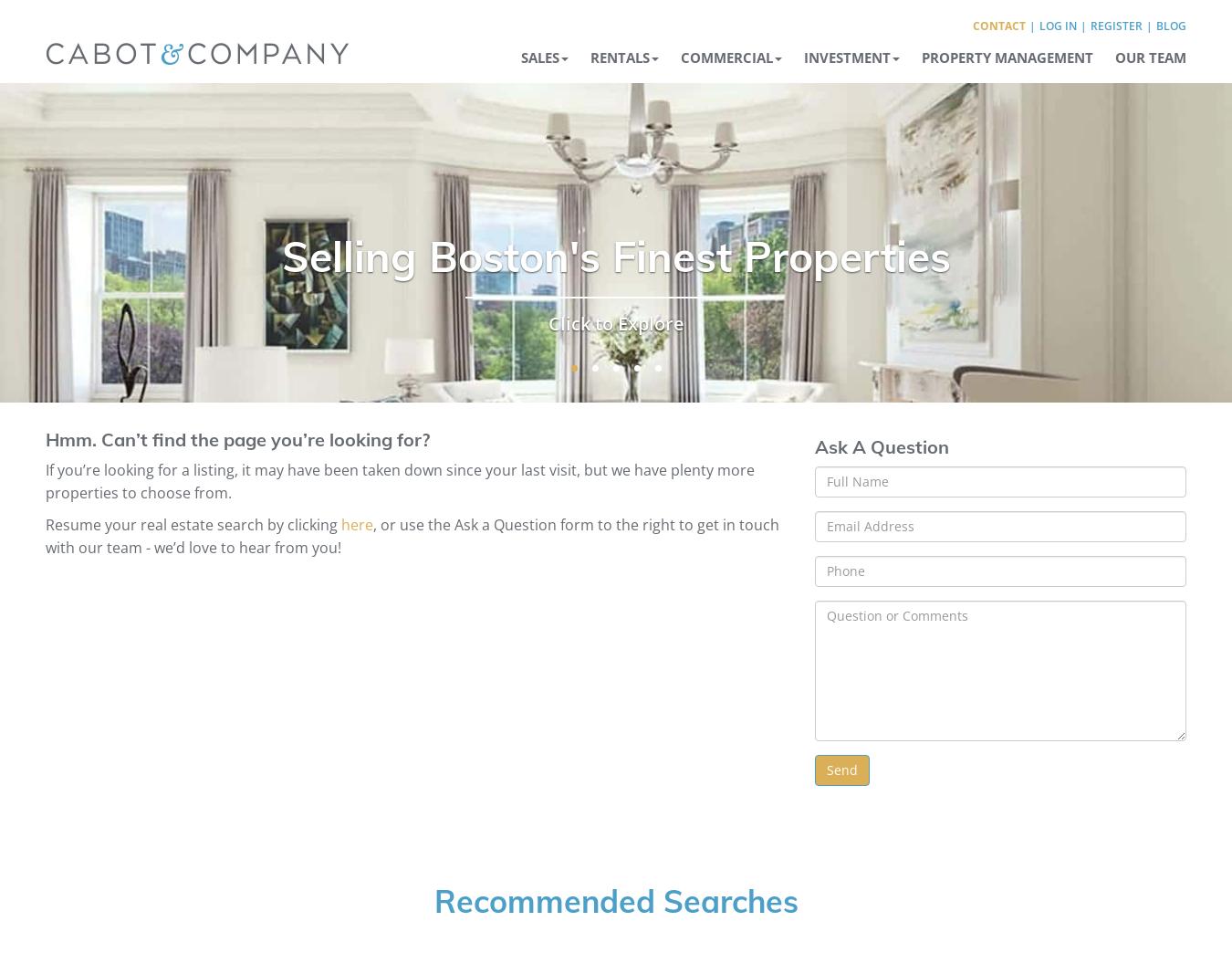 This screenshot has height=953, width=1232. Describe the element at coordinates (815, 445) in the screenshot. I see `'Ask A Question'` at that location.